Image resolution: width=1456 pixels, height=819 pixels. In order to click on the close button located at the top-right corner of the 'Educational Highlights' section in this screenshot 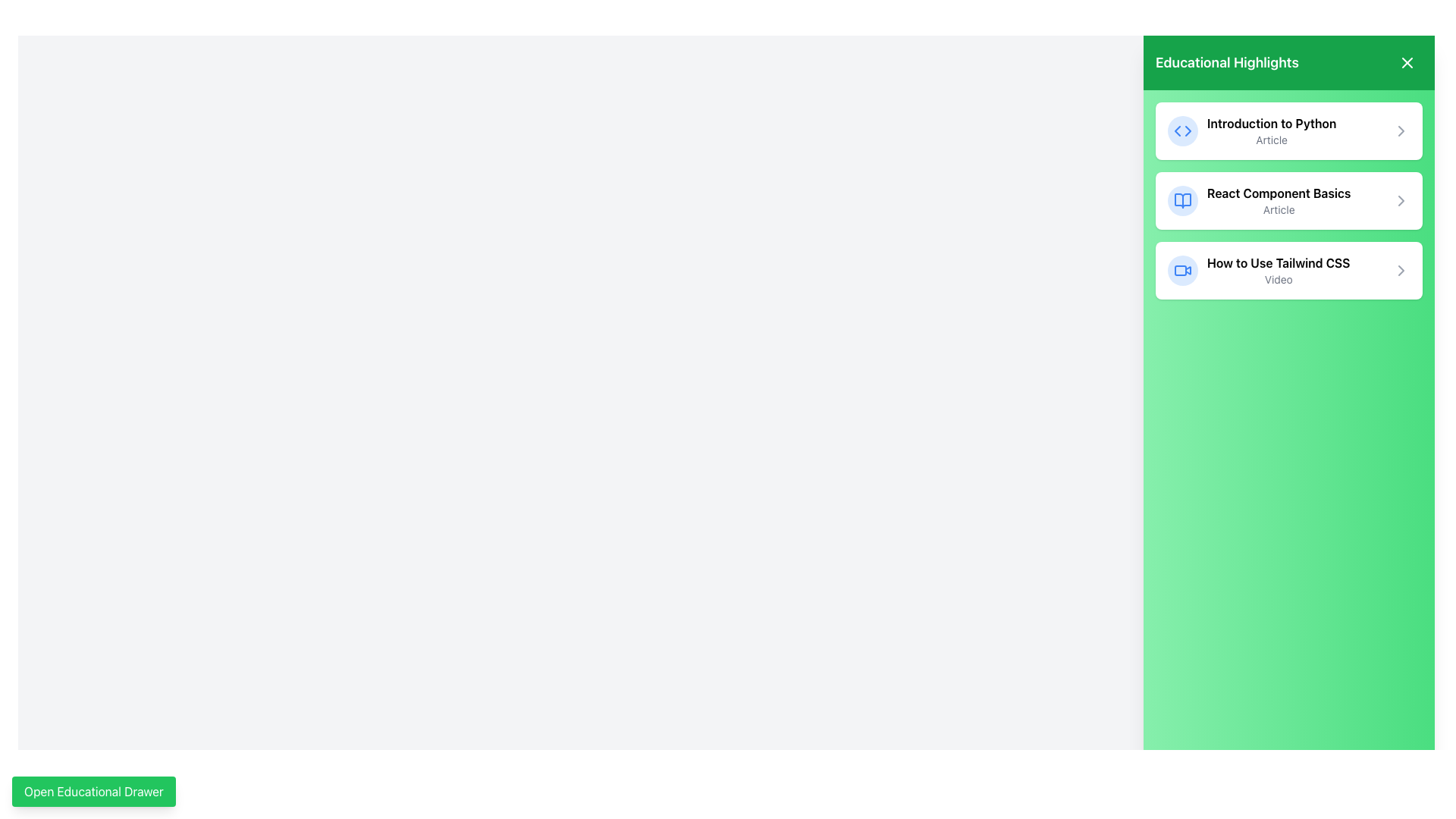, I will do `click(1407, 62)`.